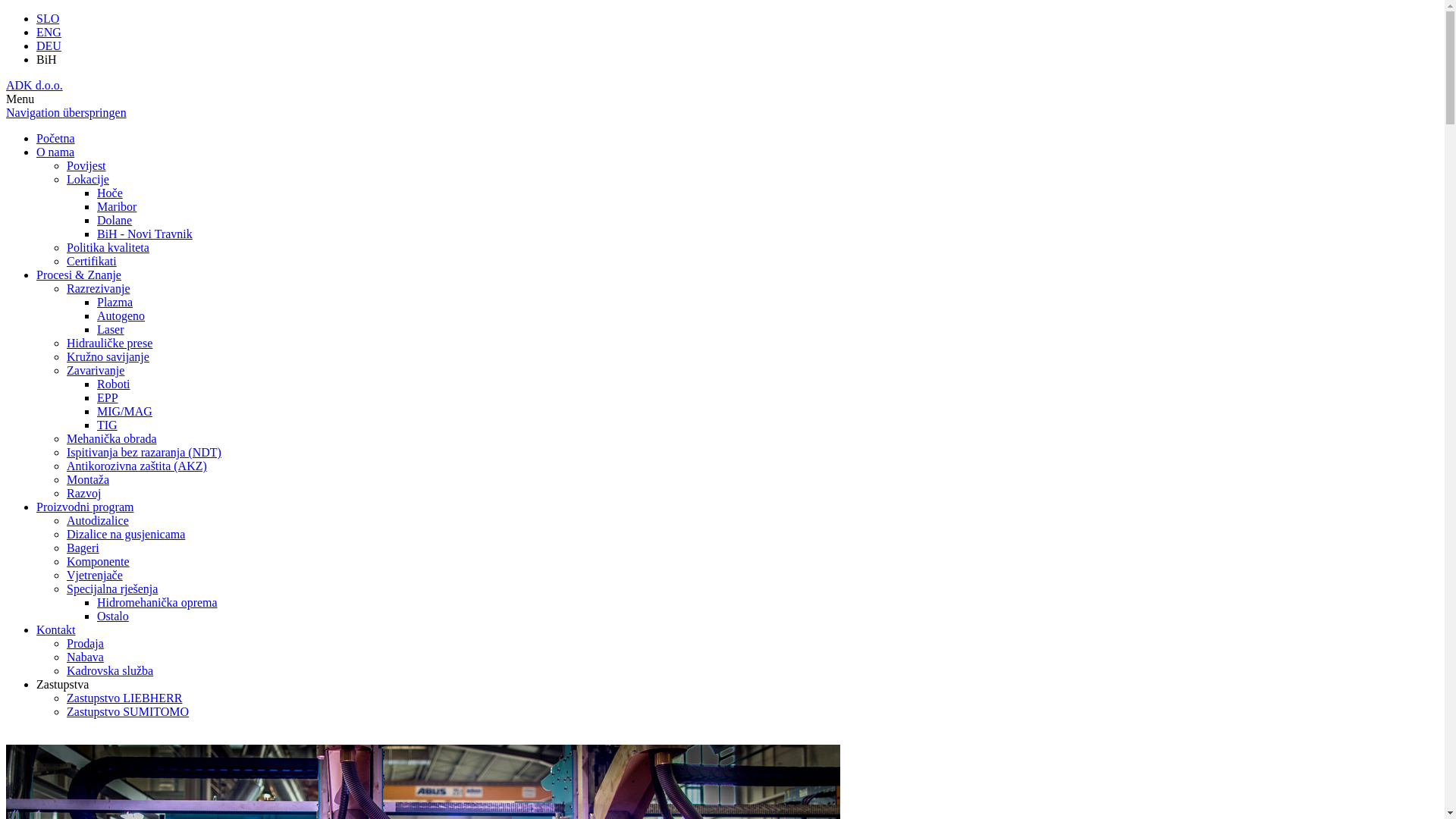 This screenshot has width=1456, height=819. I want to click on 'TIG', so click(96, 425).